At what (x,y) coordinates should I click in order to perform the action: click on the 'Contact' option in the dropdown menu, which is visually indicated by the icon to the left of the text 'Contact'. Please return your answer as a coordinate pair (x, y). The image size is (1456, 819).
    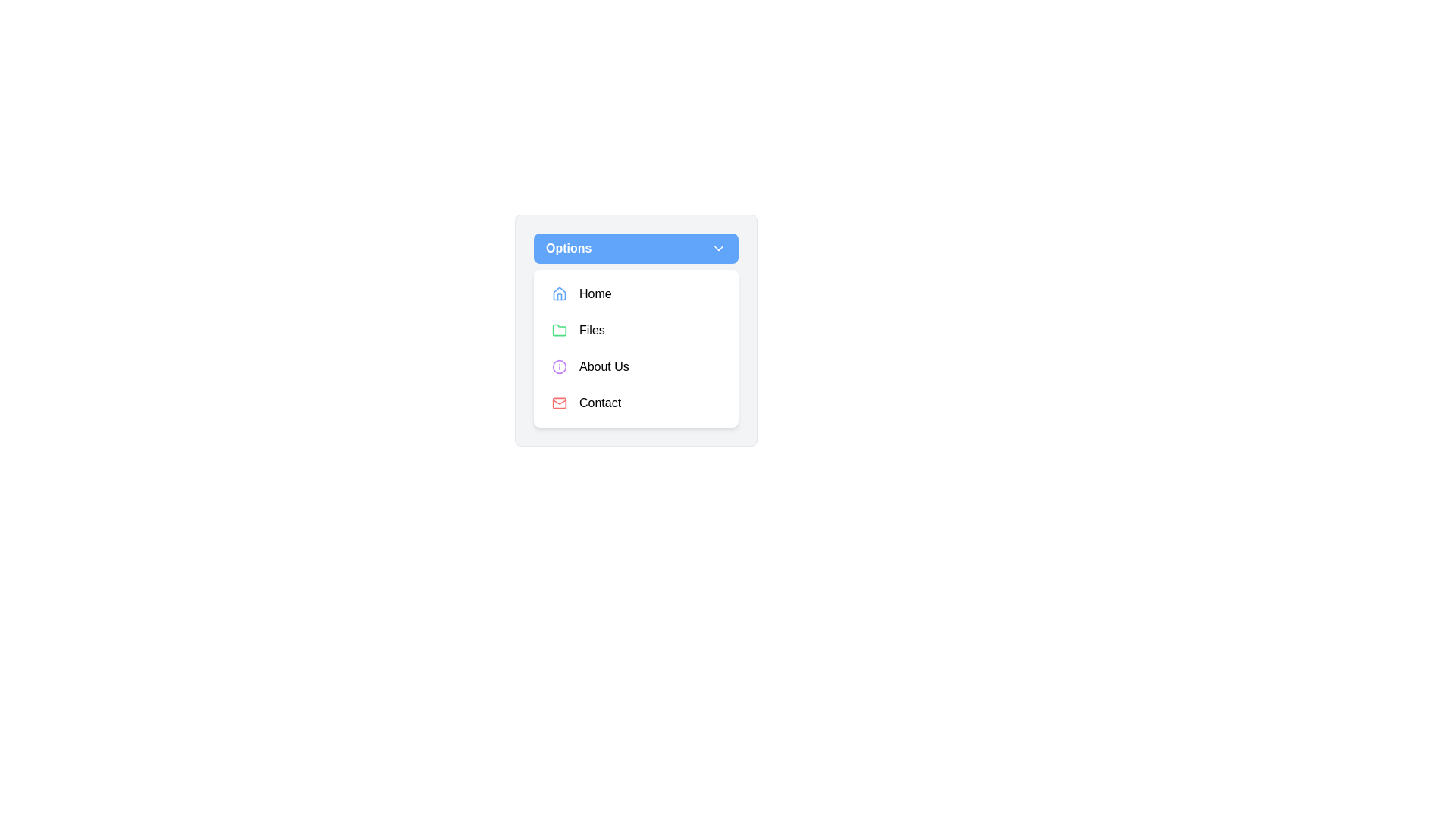
    Looking at the image, I should click on (559, 403).